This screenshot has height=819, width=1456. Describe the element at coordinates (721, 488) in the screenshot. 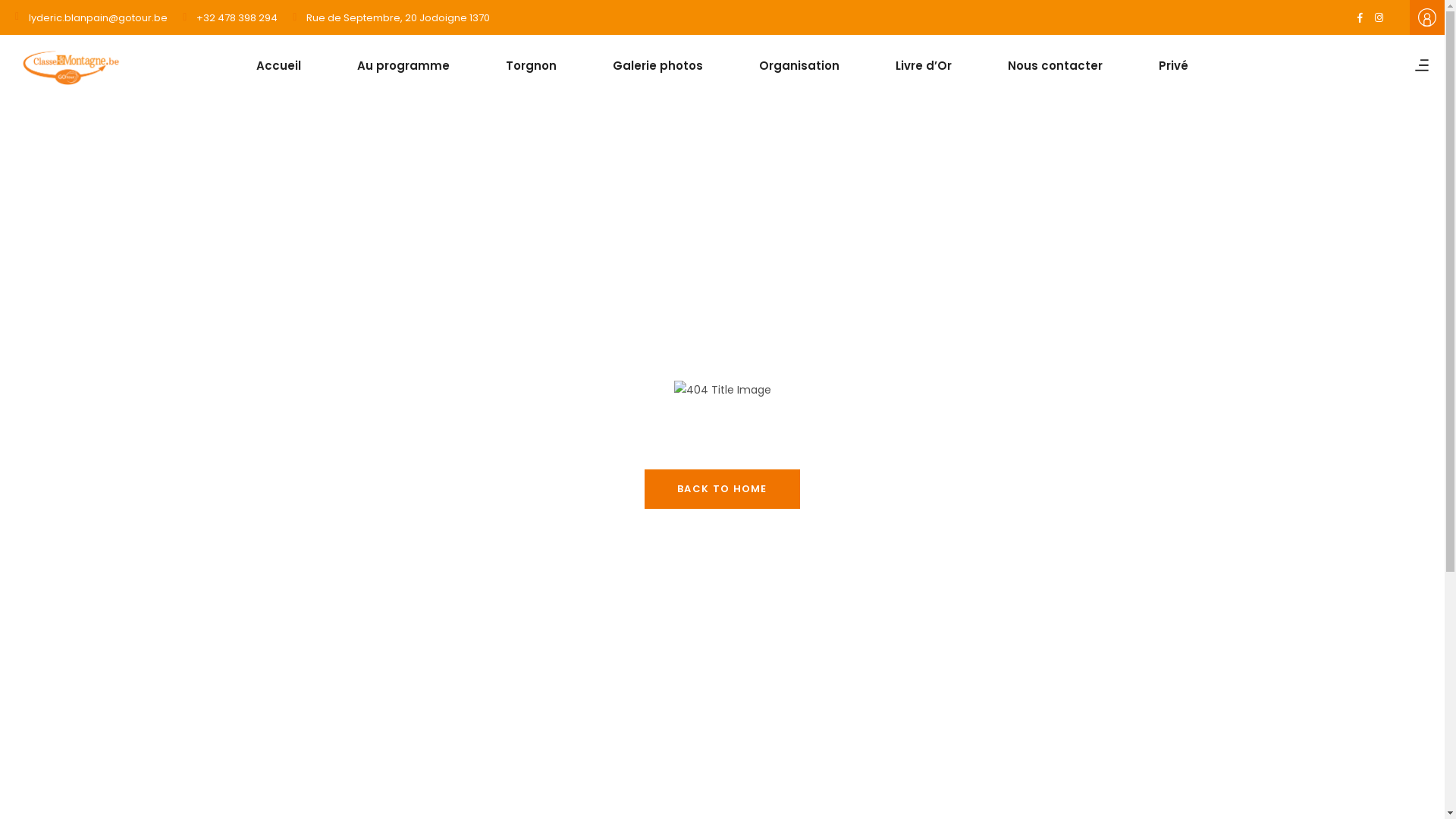

I see `'BACK TO HOME'` at that location.